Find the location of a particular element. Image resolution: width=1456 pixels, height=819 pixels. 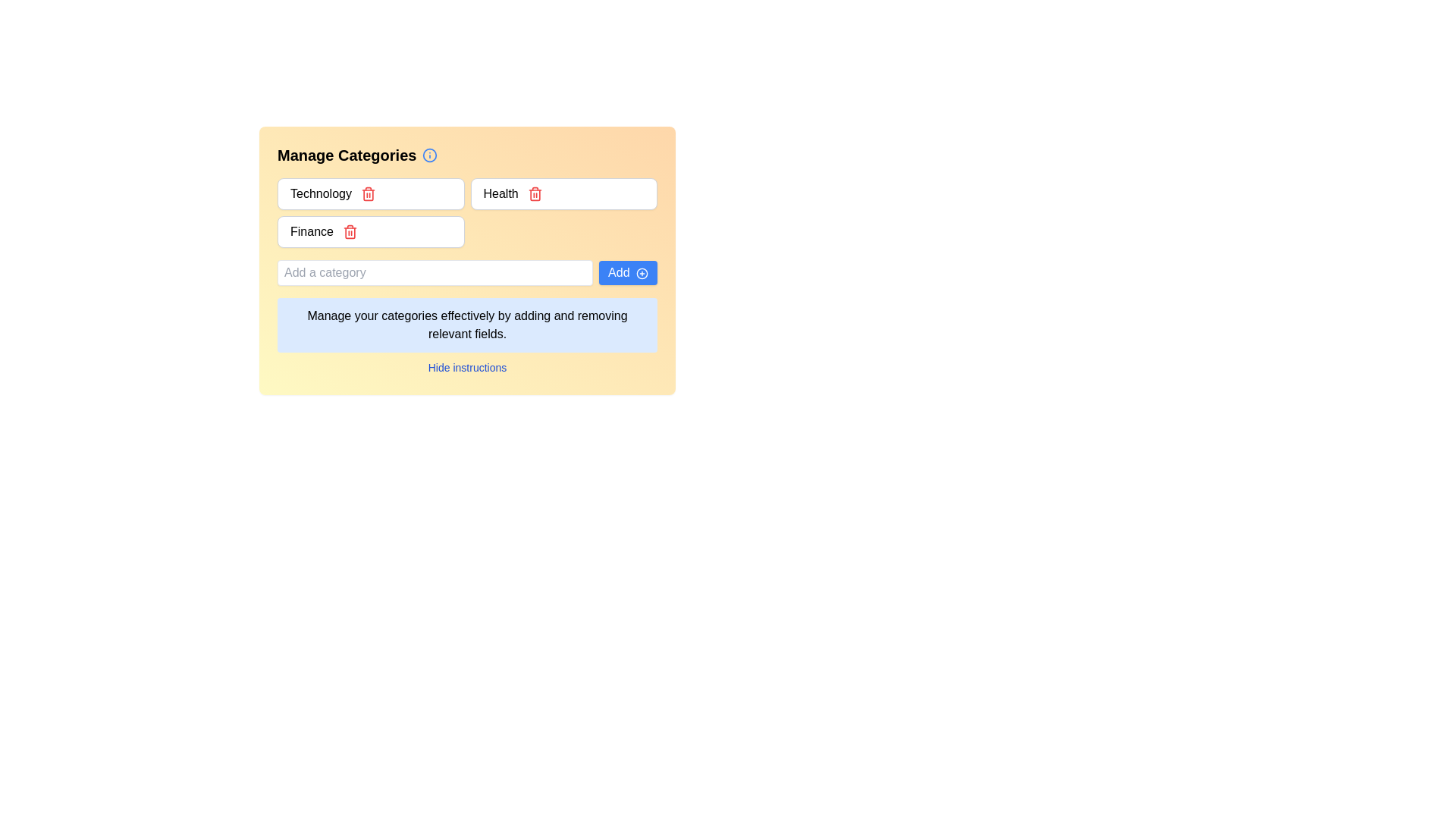

the main body of the trash can icon, which is styled with simple vector graphics and located to the right of the text 'Finance' in the category list is located at coordinates (349, 233).